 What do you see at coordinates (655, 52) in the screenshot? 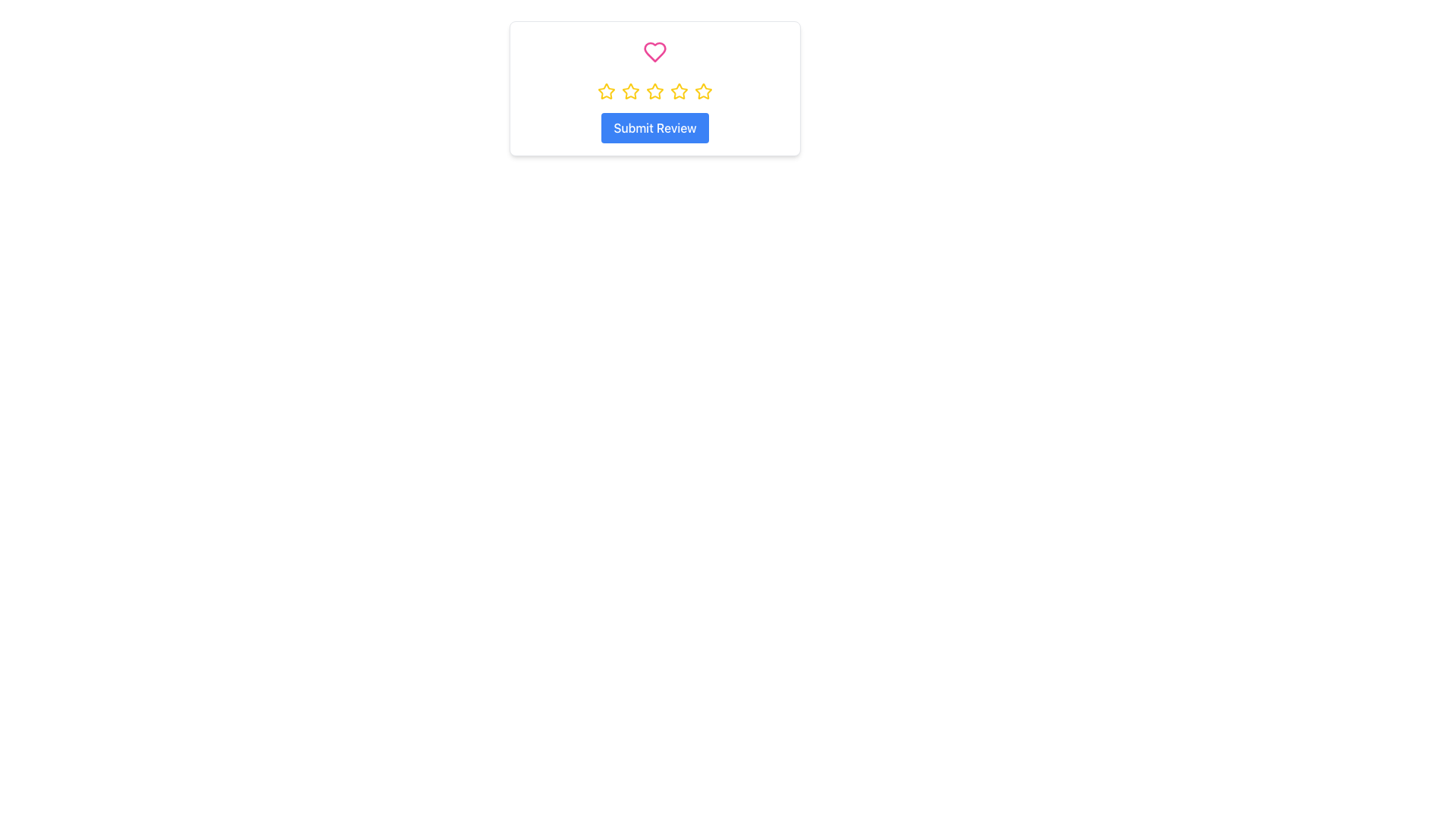
I see `the heart button located at the center-top position above a row of yellow stars, used for liking or adding to favorites` at bounding box center [655, 52].